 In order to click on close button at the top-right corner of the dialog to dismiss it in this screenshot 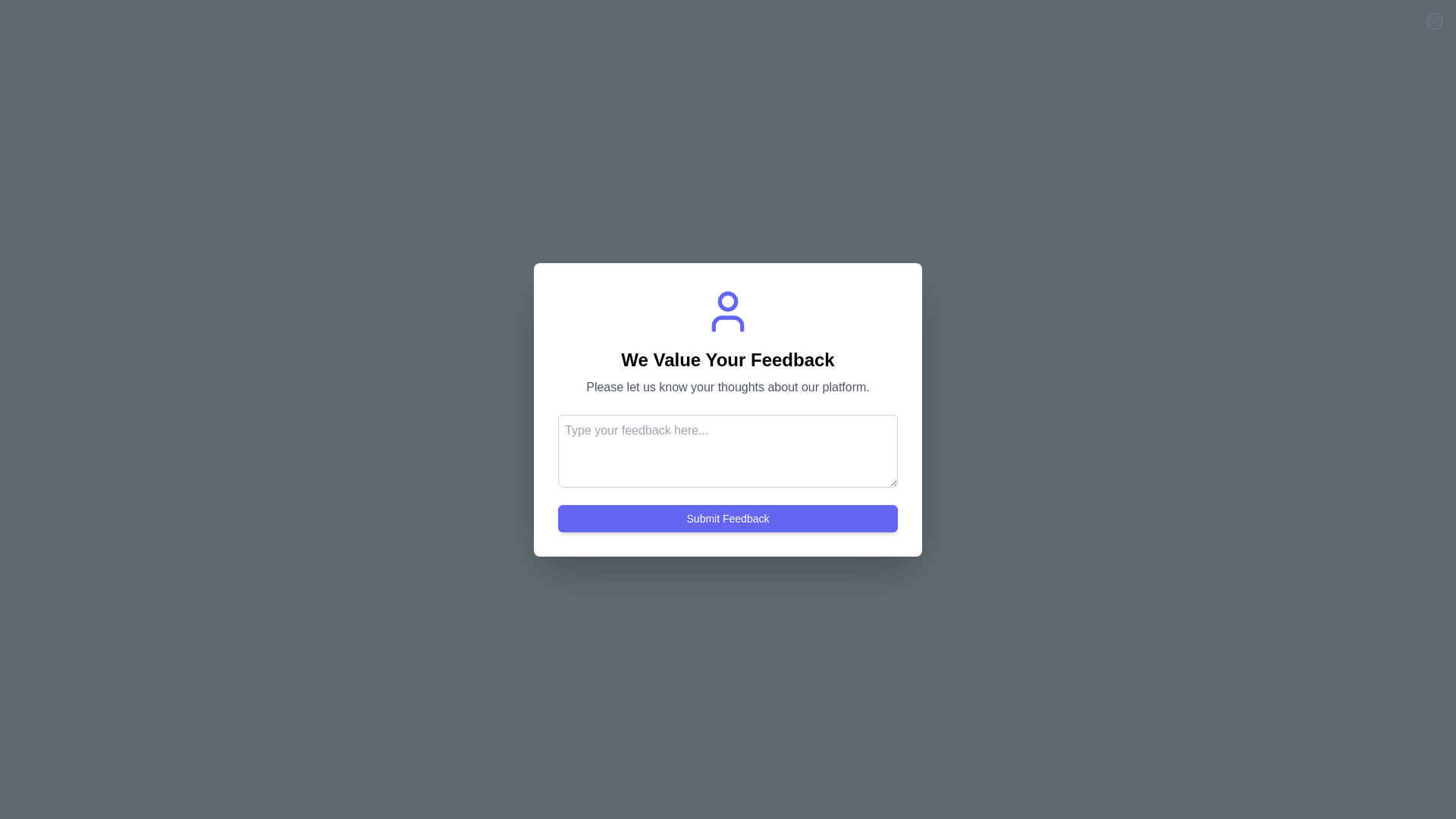, I will do `click(1433, 20)`.